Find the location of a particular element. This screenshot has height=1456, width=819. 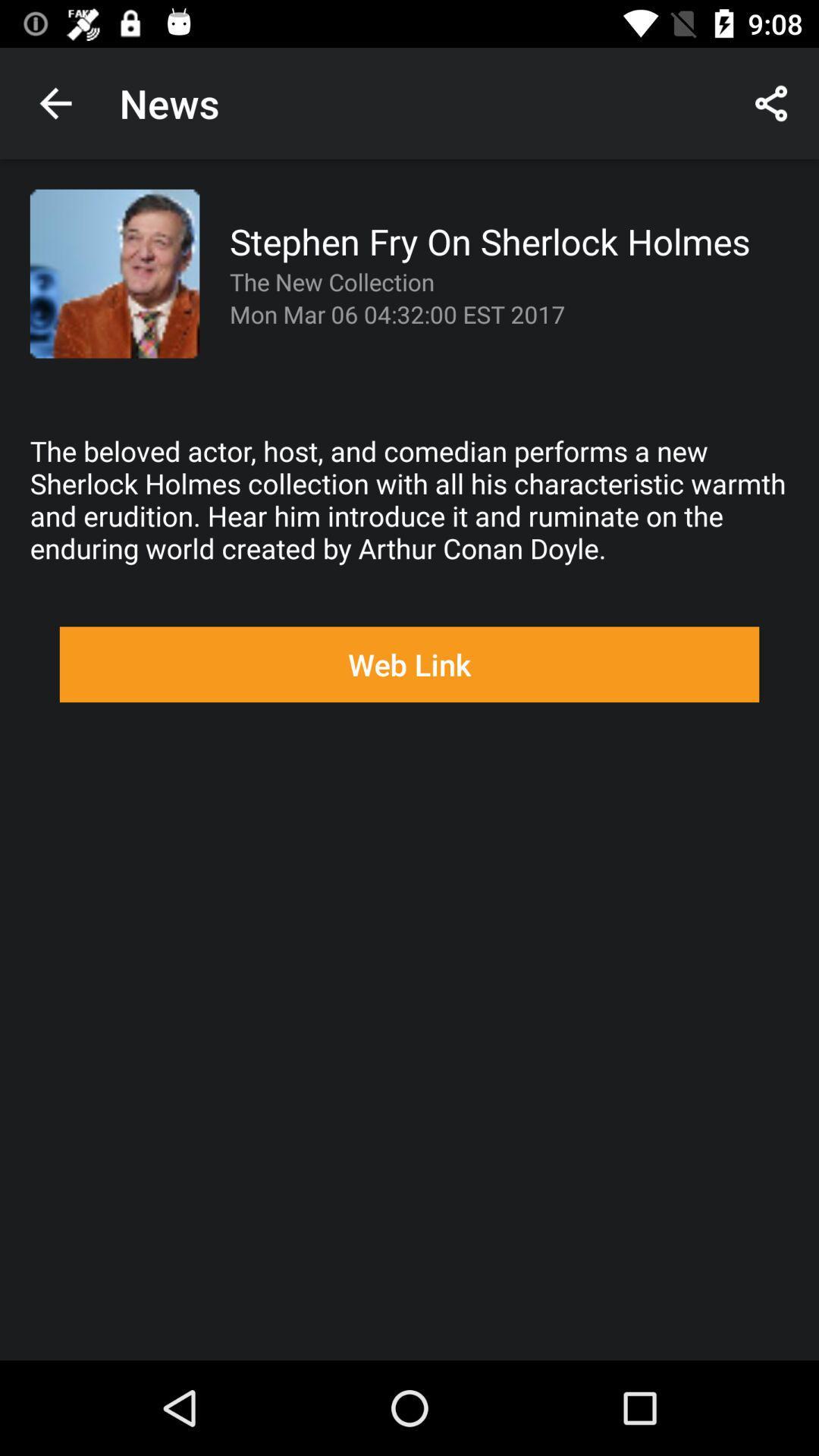

app to the left of news item is located at coordinates (55, 102).